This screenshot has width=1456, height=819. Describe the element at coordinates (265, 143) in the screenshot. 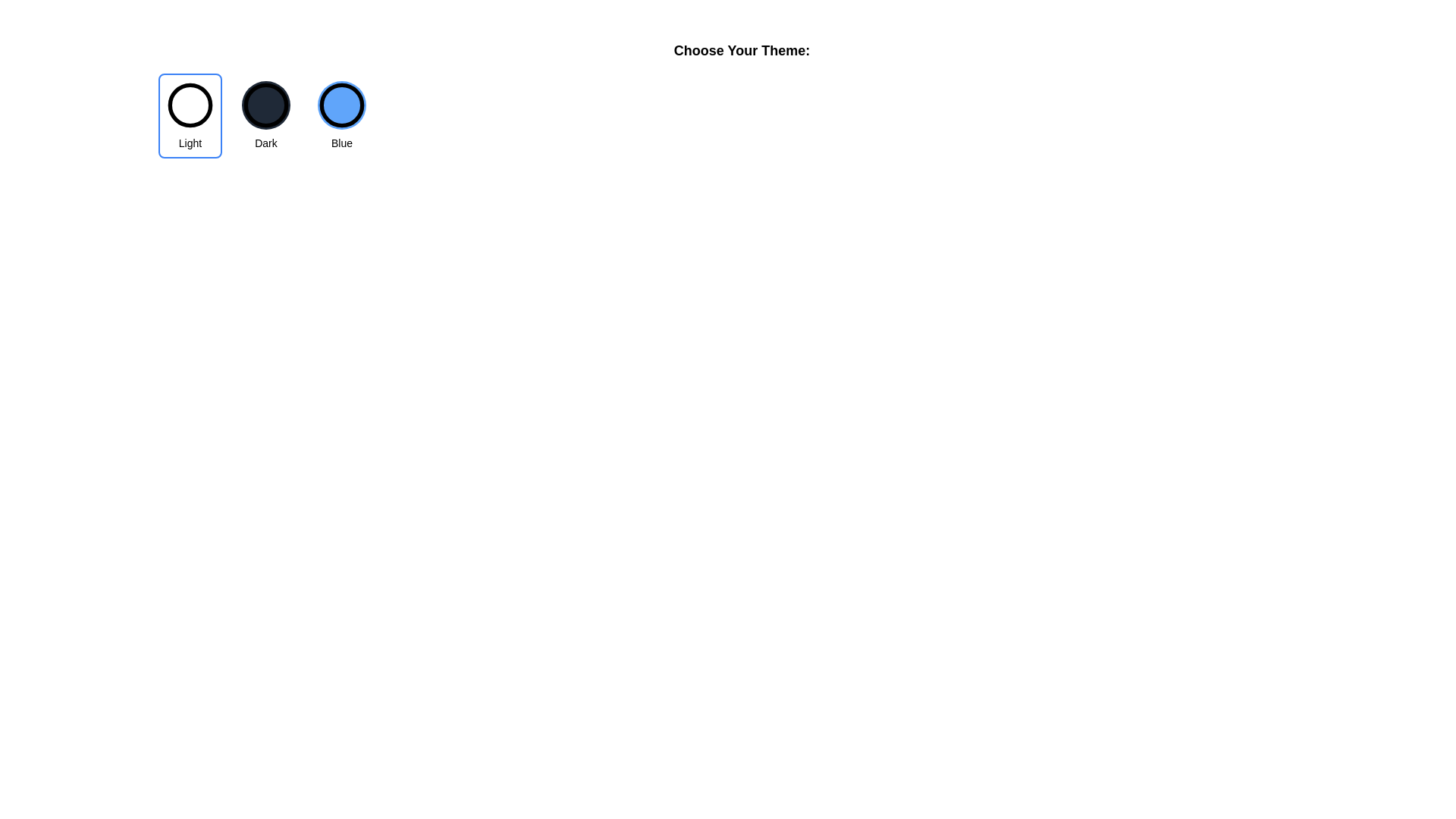

I see `text label that identifies the 'Dark' theme selection option, positioned directly below the corresponding circular icon` at that location.